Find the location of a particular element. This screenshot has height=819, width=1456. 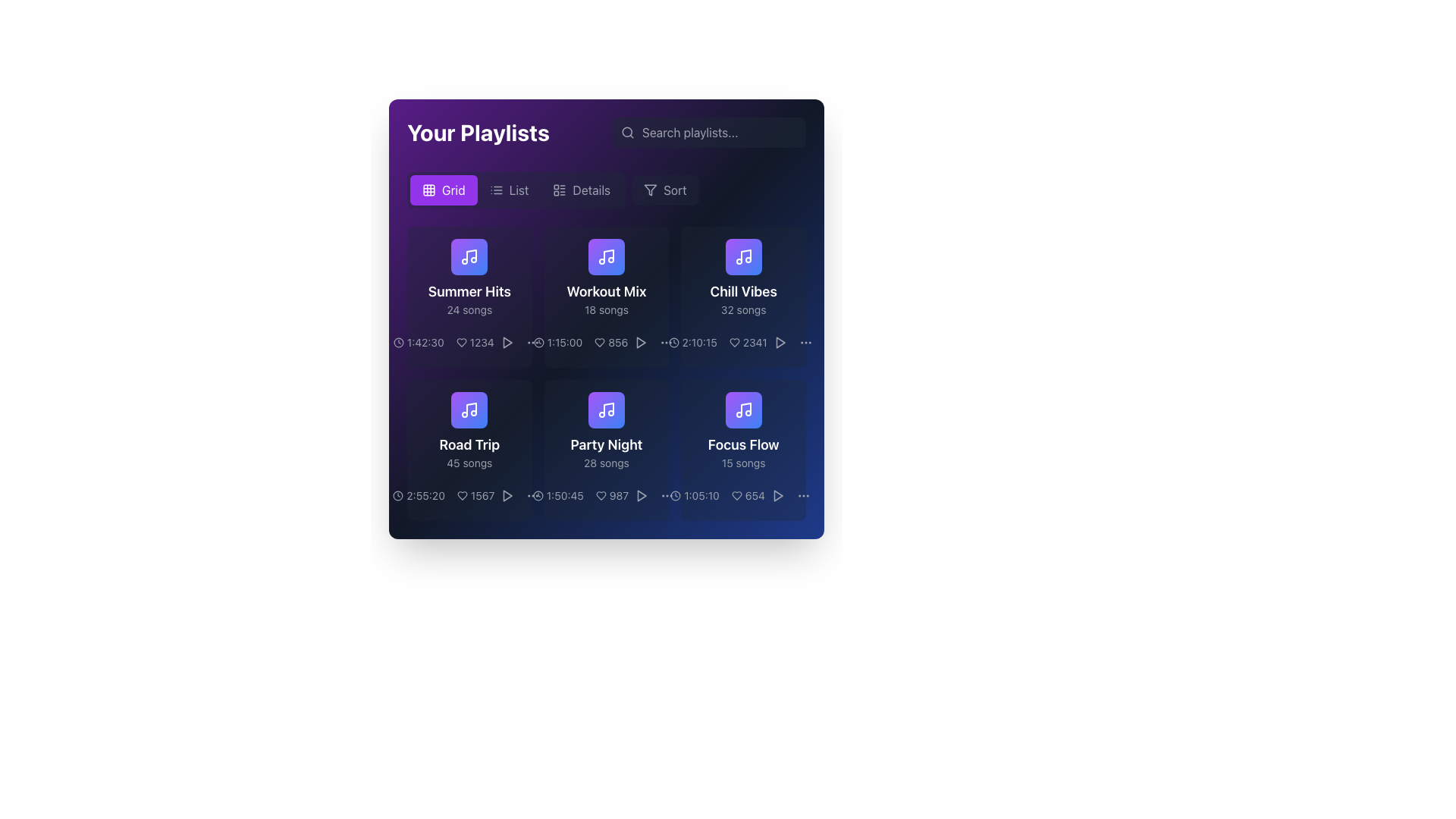

the static text label displaying the duration of the playlist next to the clock icon in the metadata row of the 'Workout Mix' playlist is located at coordinates (557, 342).